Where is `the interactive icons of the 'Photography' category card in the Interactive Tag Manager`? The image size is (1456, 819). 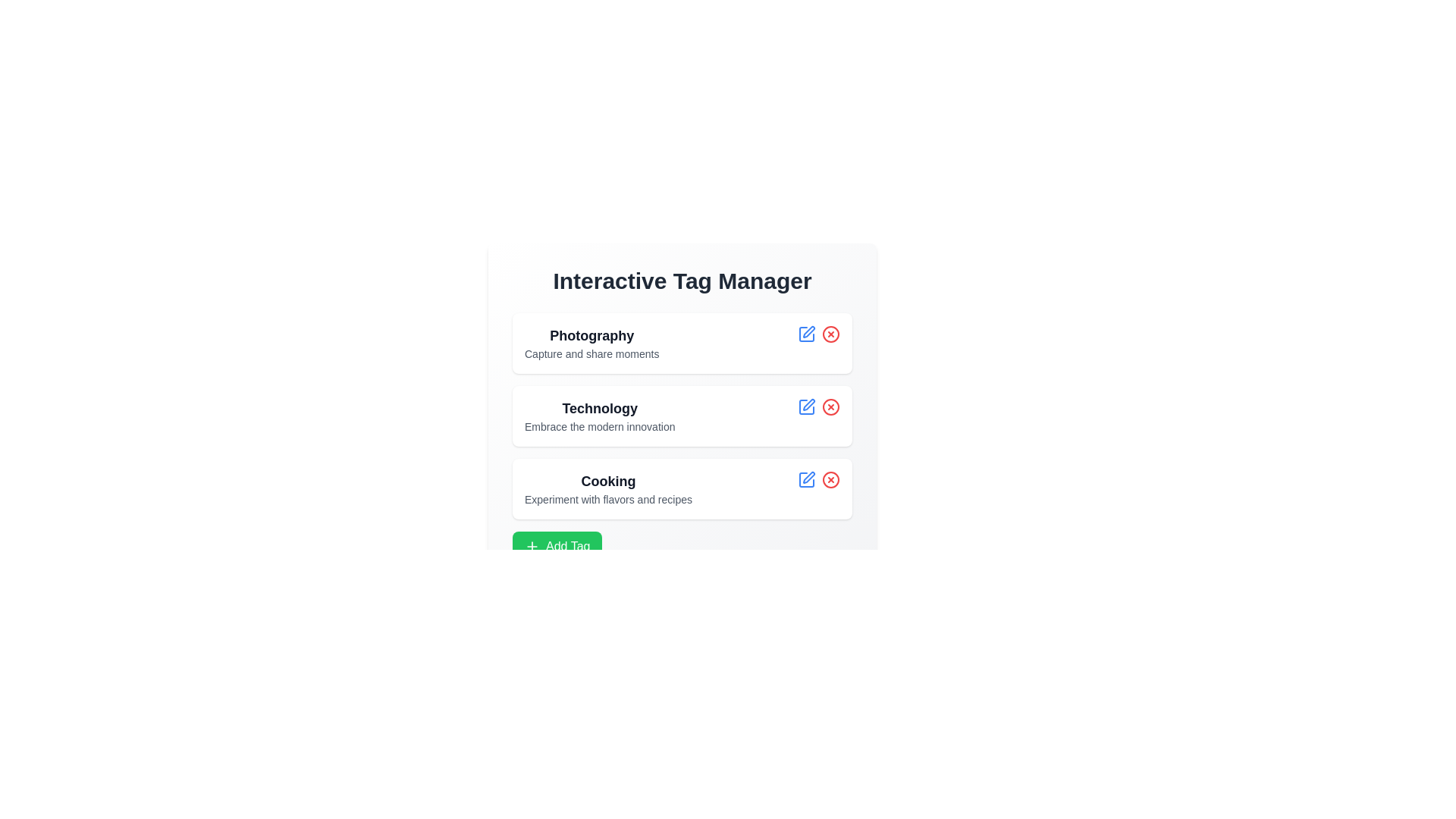 the interactive icons of the 'Photography' category card in the Interactive Tag Manager is located at coordinates (682, 343).